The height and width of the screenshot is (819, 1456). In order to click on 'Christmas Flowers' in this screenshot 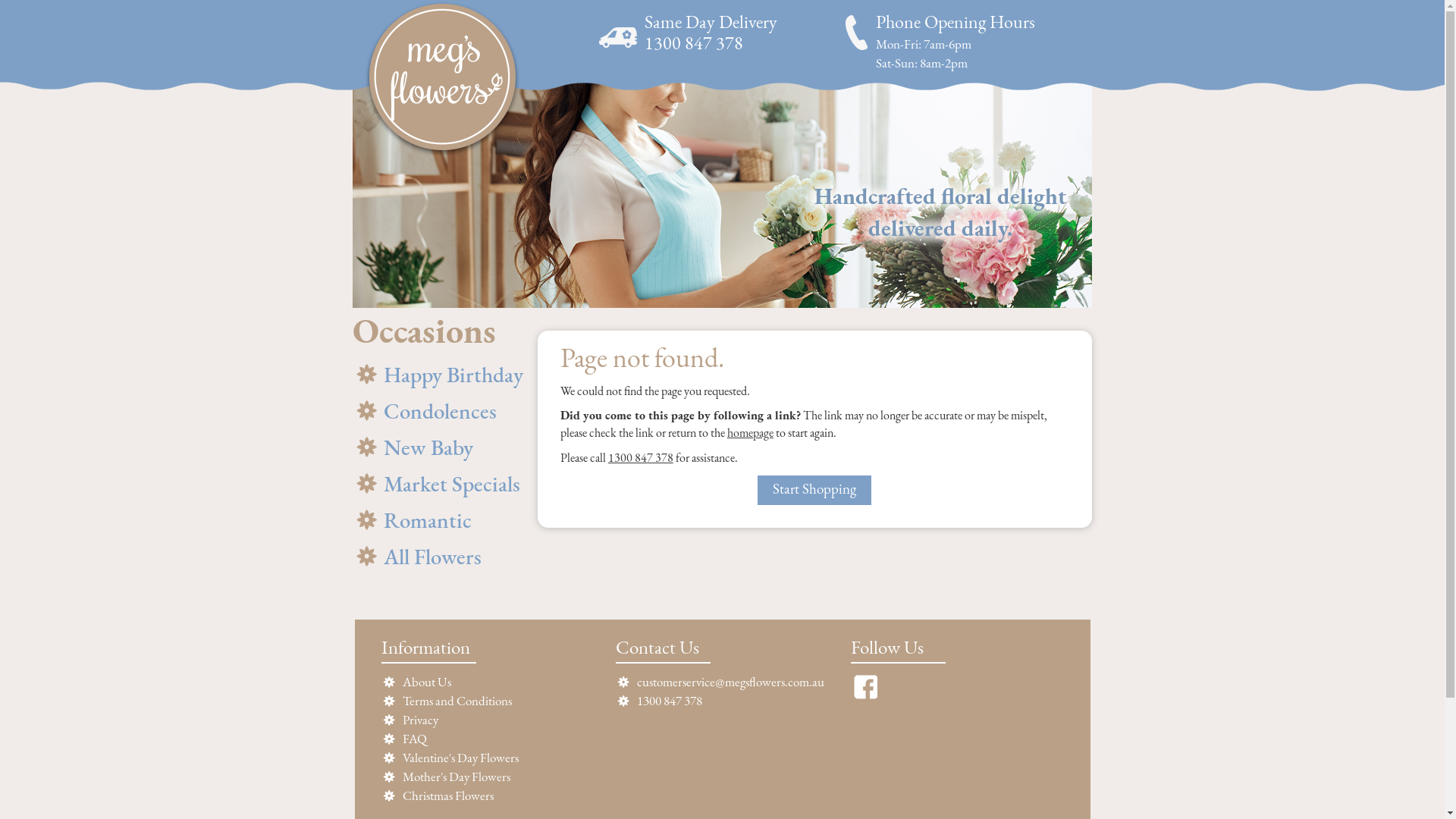, I will do `click(447, 795)`.